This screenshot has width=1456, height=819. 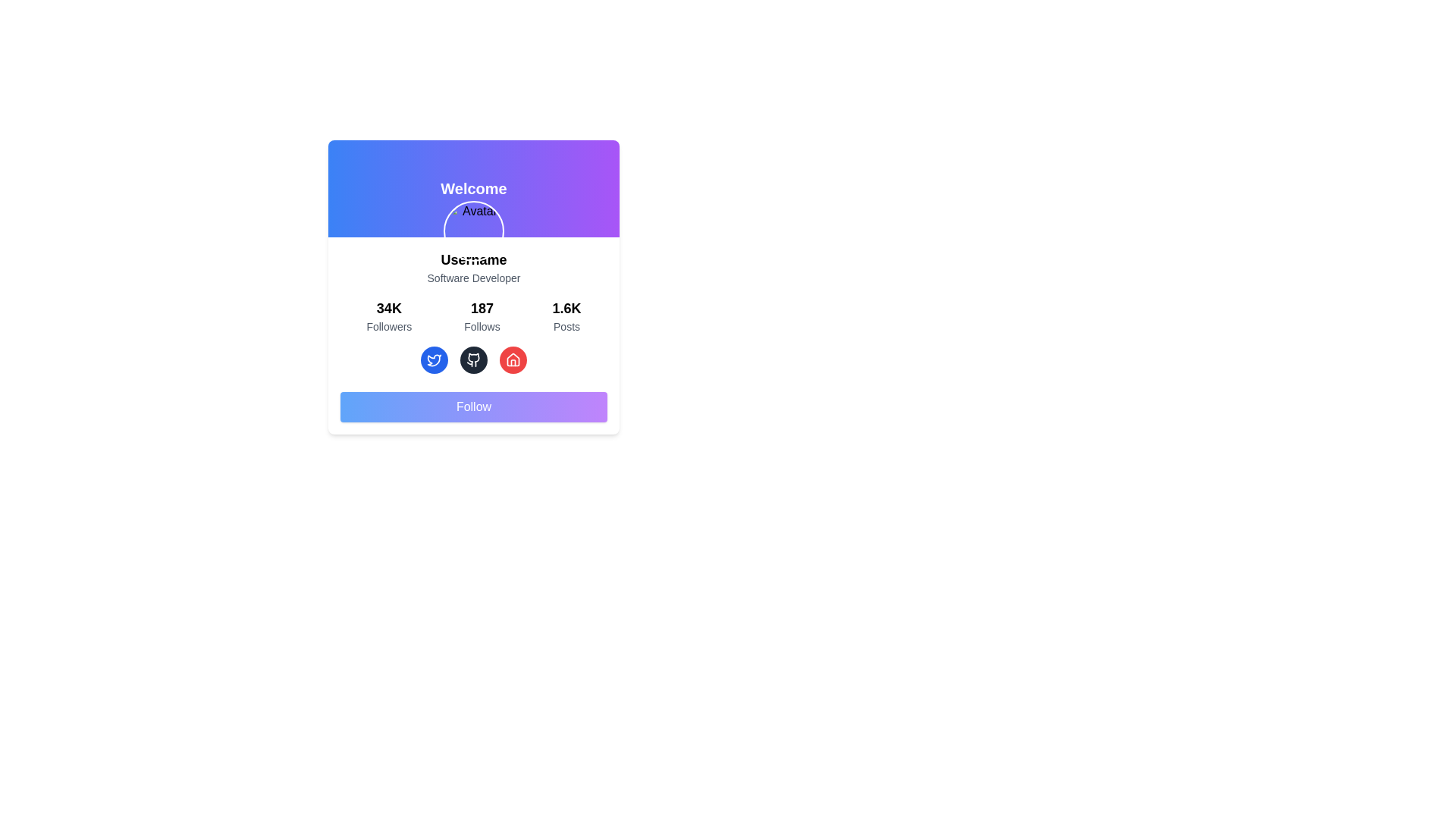 What do you see at coordinates (472, 278) in the screenshot?
I see `the Text Label indicating the user's profession or role, which is located below the 'Username' text and above the follower statistics section` at bounding box center [472, 278].